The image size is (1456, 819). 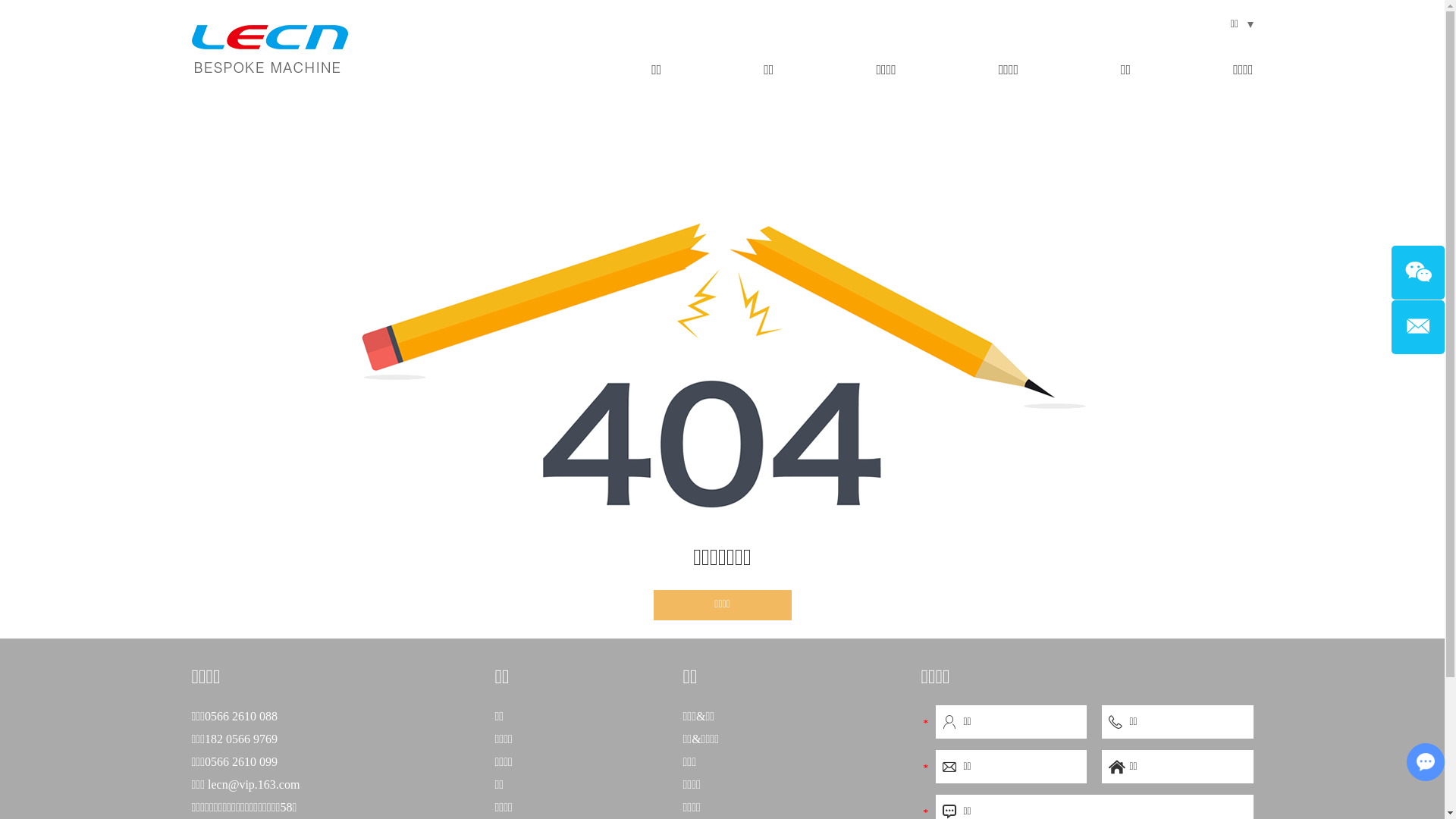 What do you see at coordinates (253, 784) in the screenshot?
I see `'lecn@vip.163.com'` at bounding box center [253, 784].